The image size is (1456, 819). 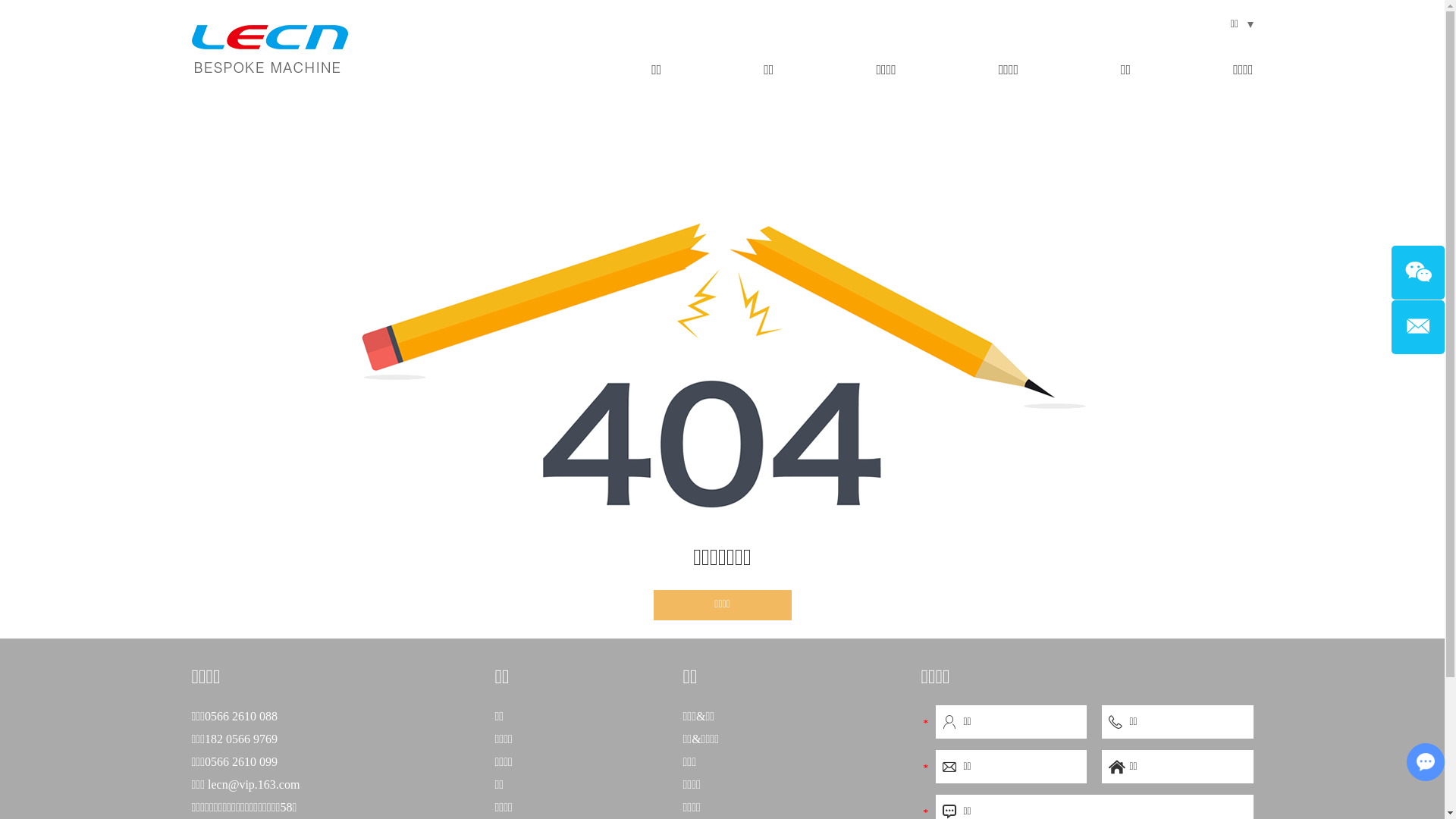 What do you see at coordinates (253, 784) in the screenshot?
I see `'lecn@vip.163.com'` at bounding box center [253, 784].